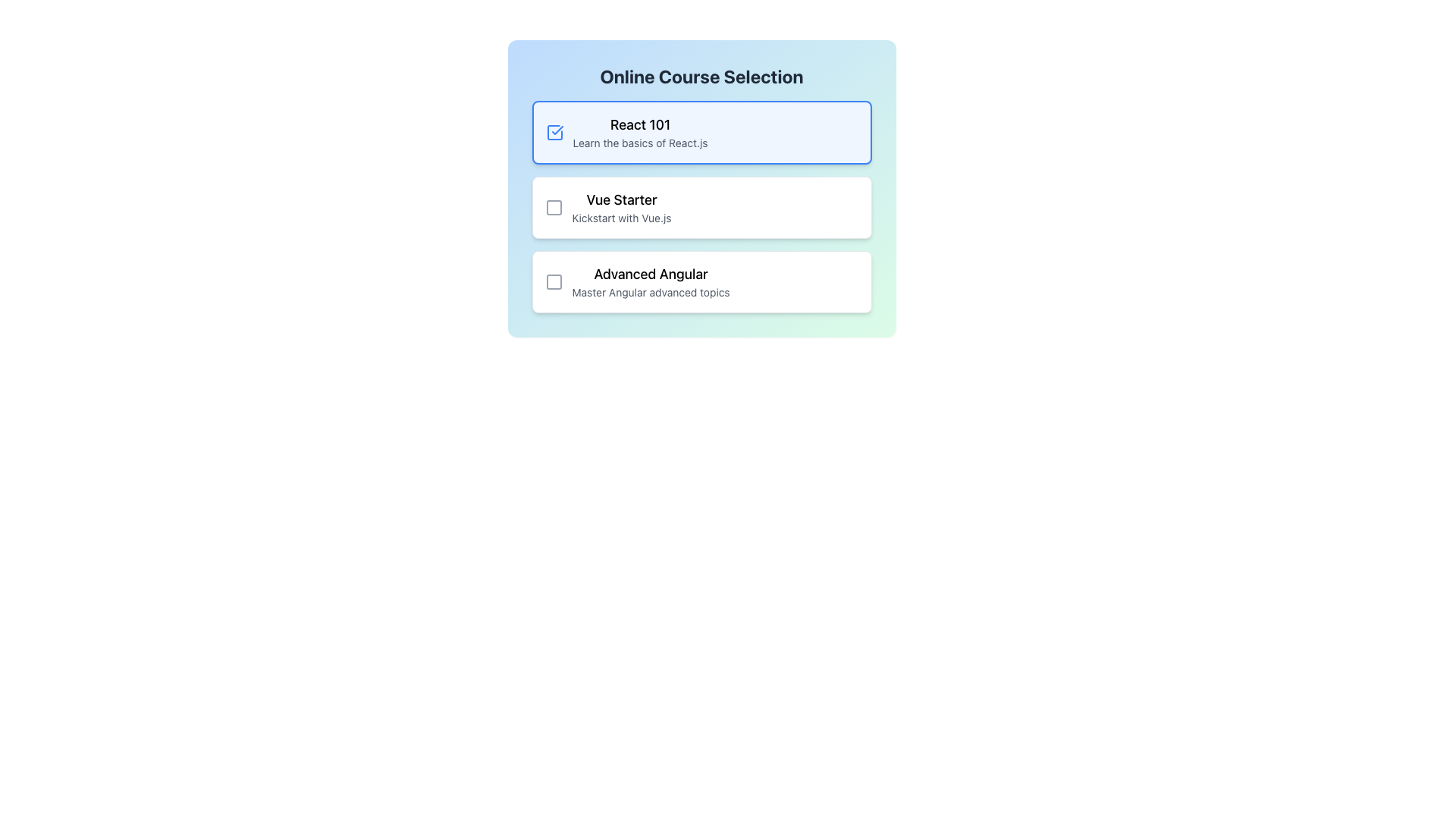 The height and width of the screenshot is (819, 1456). I want to click on text label that indicates the course title and provides a brief summary of its content, located in the first selection card of the 'Online Course Selection' list, to the right of a checkbox, so click(640, 131).